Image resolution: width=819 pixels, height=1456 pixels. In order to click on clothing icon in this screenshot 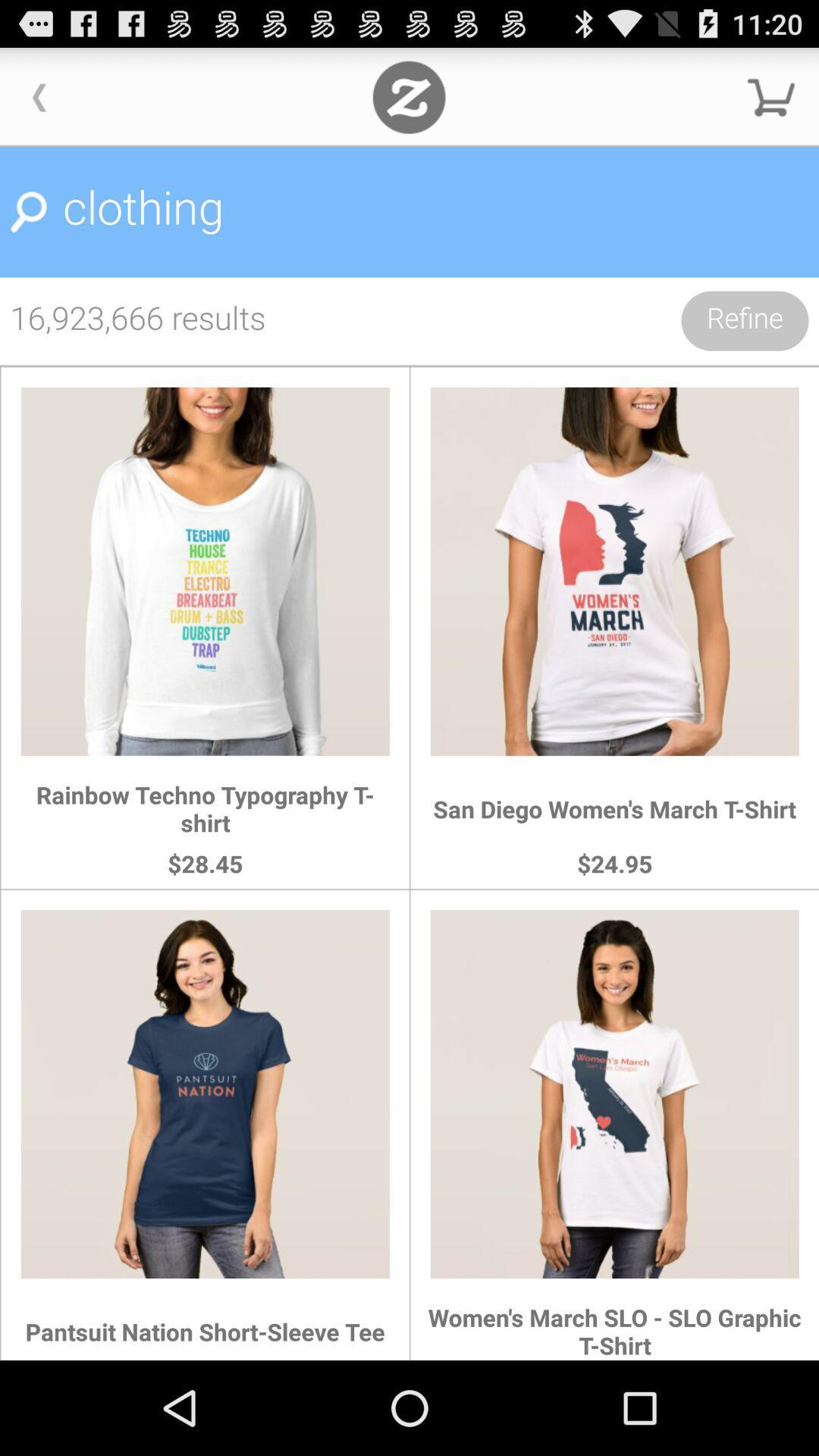, I will do `click(409, 212)`.